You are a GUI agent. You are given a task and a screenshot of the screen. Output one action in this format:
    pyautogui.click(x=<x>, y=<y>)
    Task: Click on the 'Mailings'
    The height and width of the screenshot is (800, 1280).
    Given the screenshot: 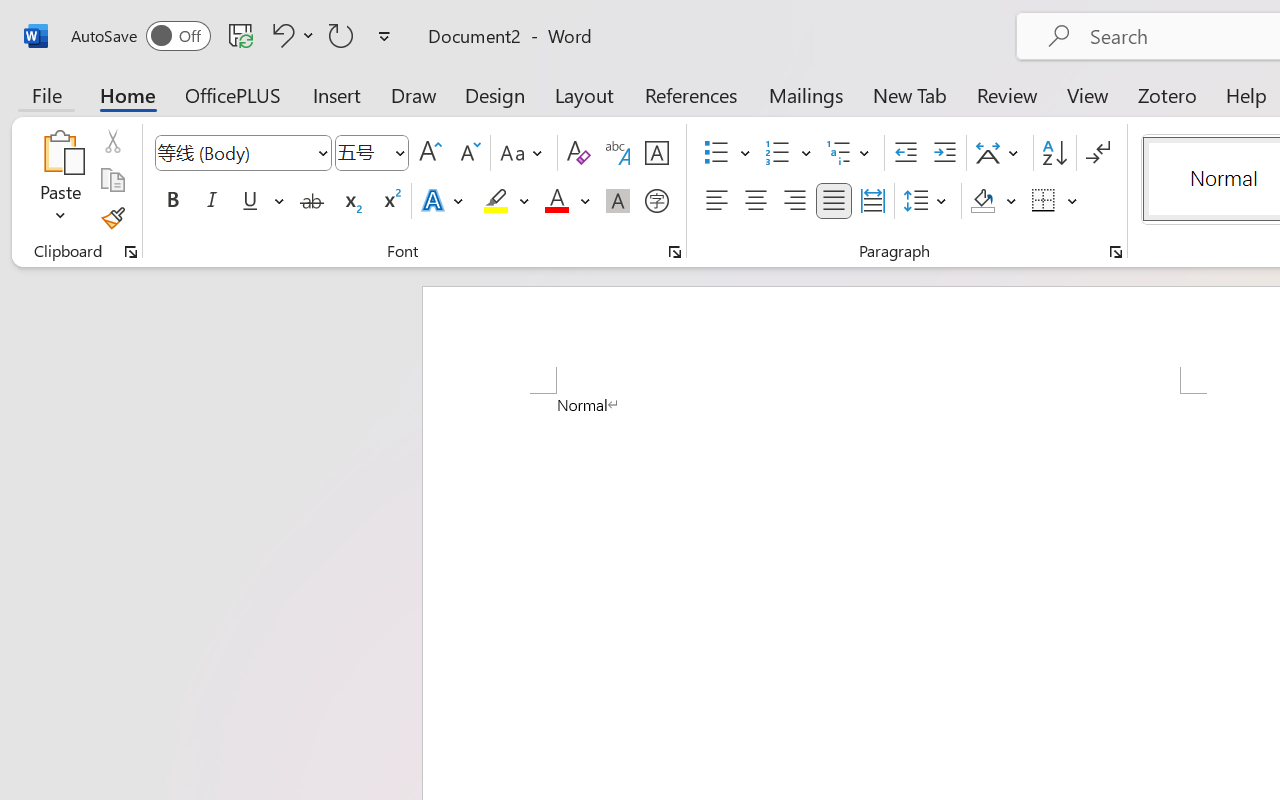 What is the action you would take?
    pyautogui.click(x=806, y=94)
    